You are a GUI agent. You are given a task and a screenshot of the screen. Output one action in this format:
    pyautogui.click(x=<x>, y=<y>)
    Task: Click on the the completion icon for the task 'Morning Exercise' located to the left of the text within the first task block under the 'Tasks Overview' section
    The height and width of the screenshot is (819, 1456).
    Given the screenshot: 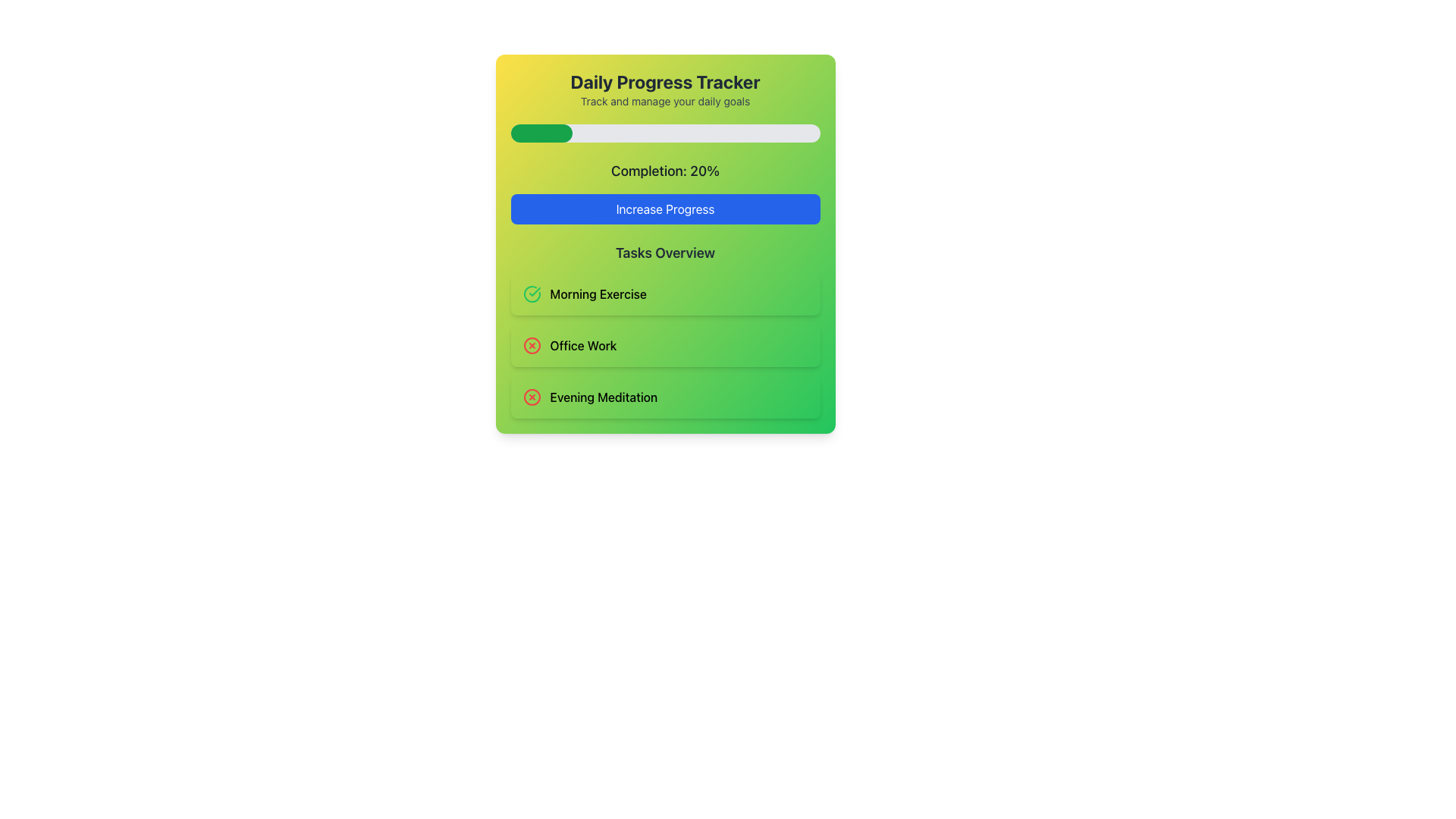 What is the action you would take?
    pyautogui.click(x=532, y=294)
    